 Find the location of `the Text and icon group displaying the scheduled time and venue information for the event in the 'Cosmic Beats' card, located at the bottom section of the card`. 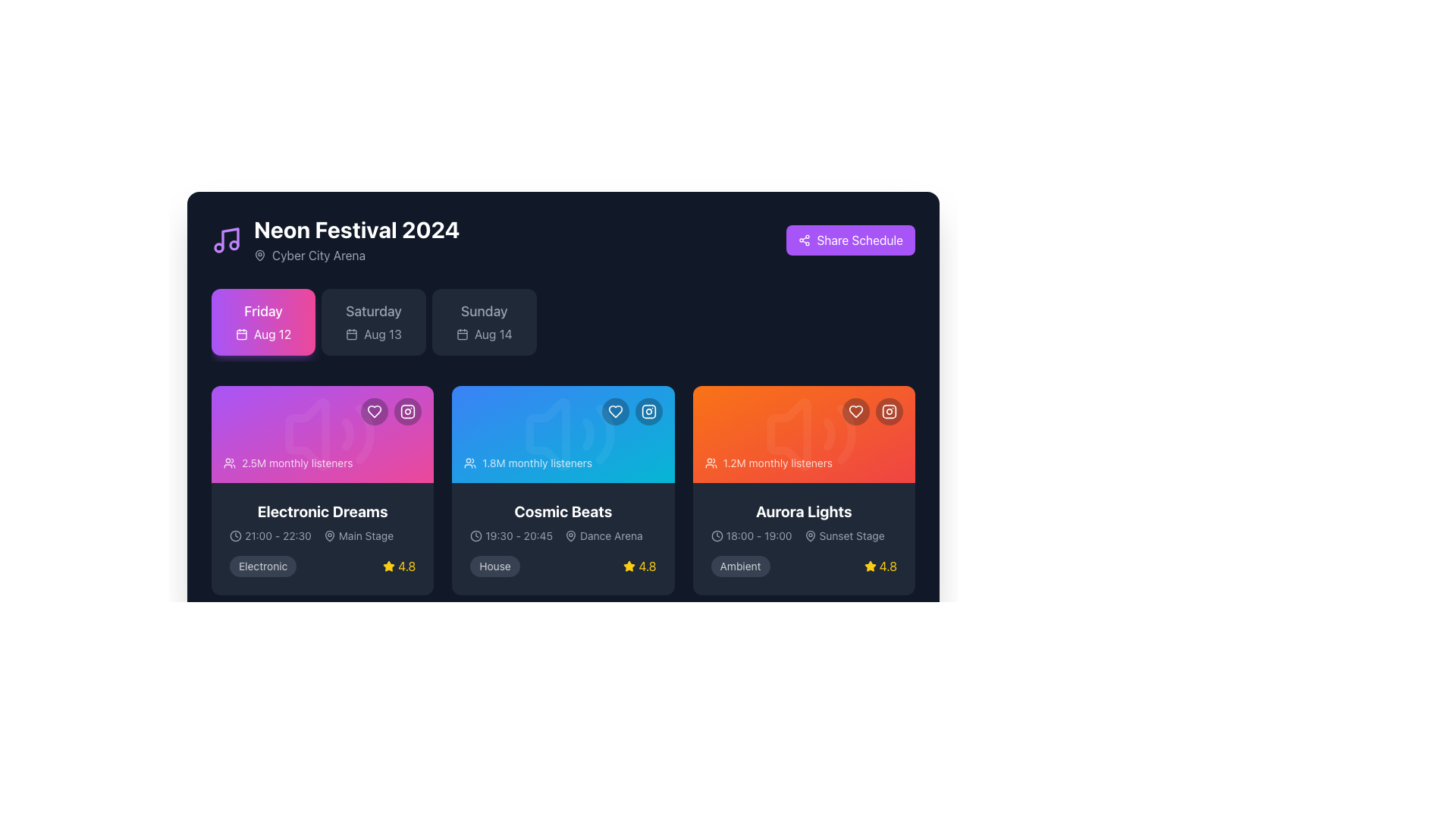

the Text and icon group displaying the scheduled time and venue information for the event in the 'Cosmic Beats' card, located at the bottom section of the card is located at coordinates (563, 535).